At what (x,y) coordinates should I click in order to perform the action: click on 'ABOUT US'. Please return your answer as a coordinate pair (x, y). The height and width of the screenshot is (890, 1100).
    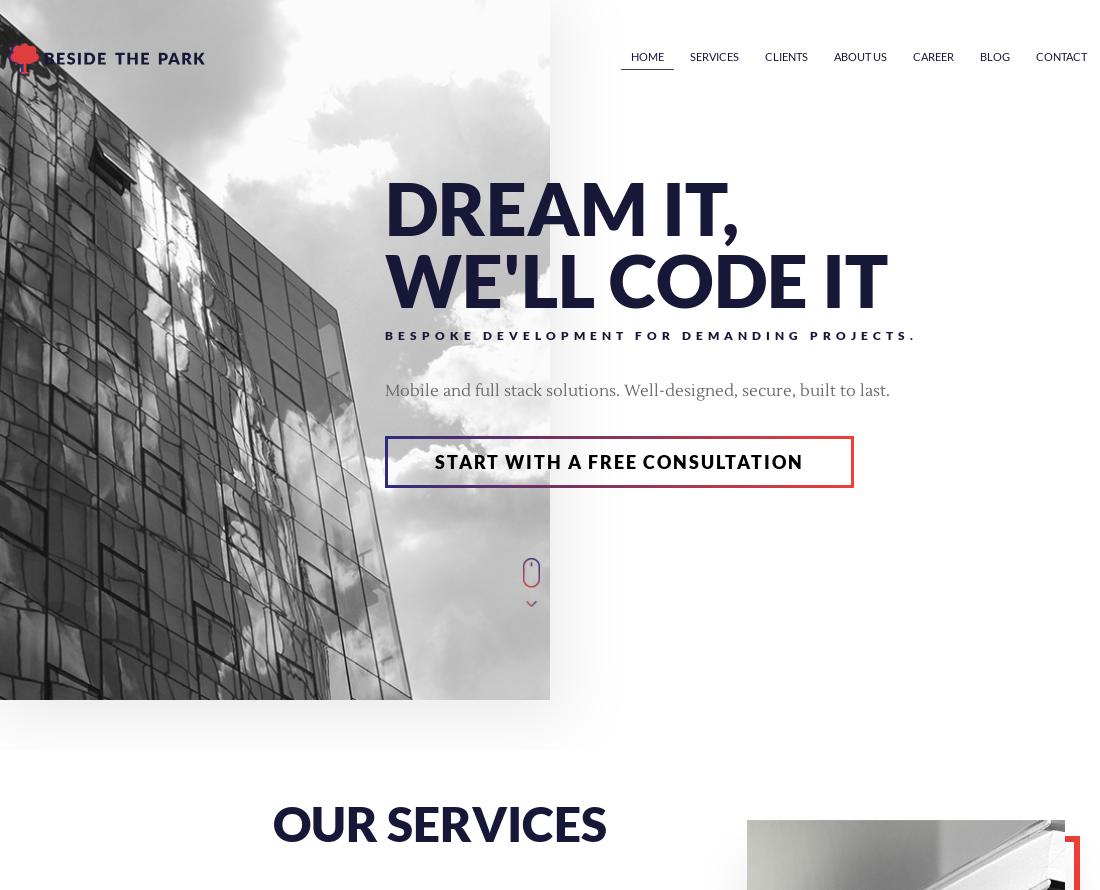
    Looking at the image, I should click on (859, 56).